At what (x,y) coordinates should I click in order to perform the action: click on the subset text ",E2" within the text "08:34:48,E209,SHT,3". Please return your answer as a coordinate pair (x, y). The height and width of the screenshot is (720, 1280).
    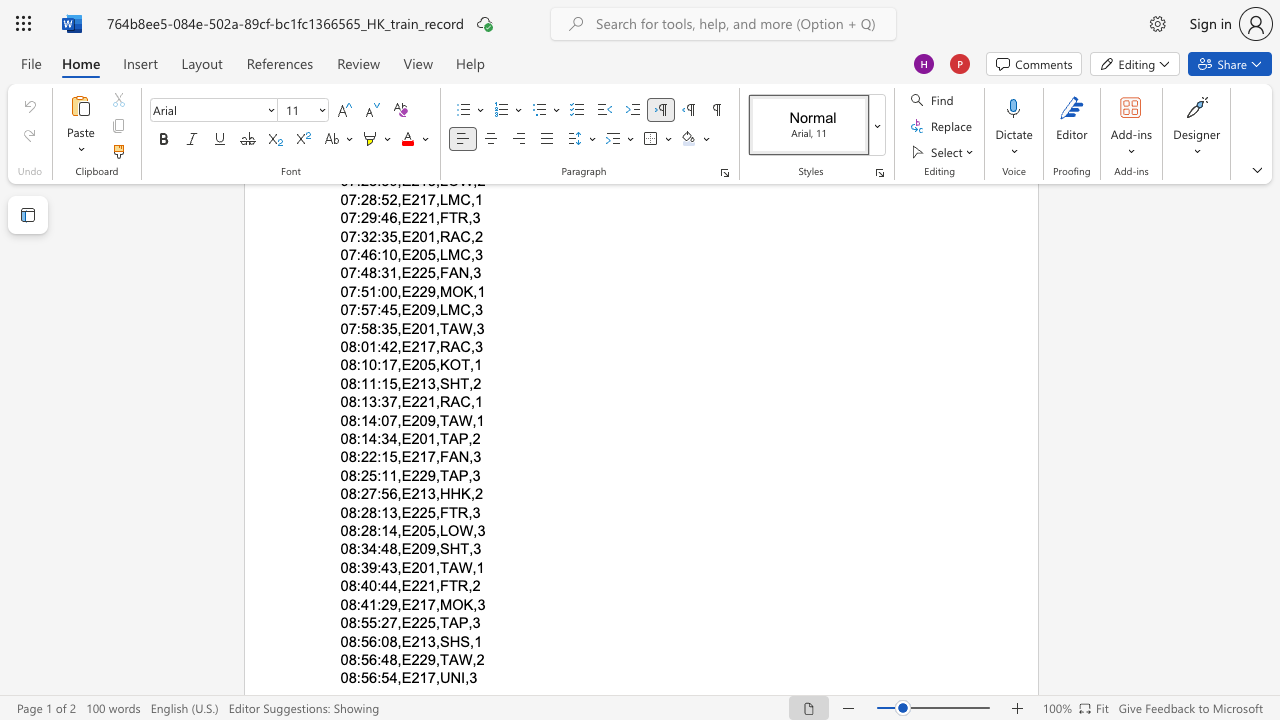
    Looking at the image, I should click on (397, 549).